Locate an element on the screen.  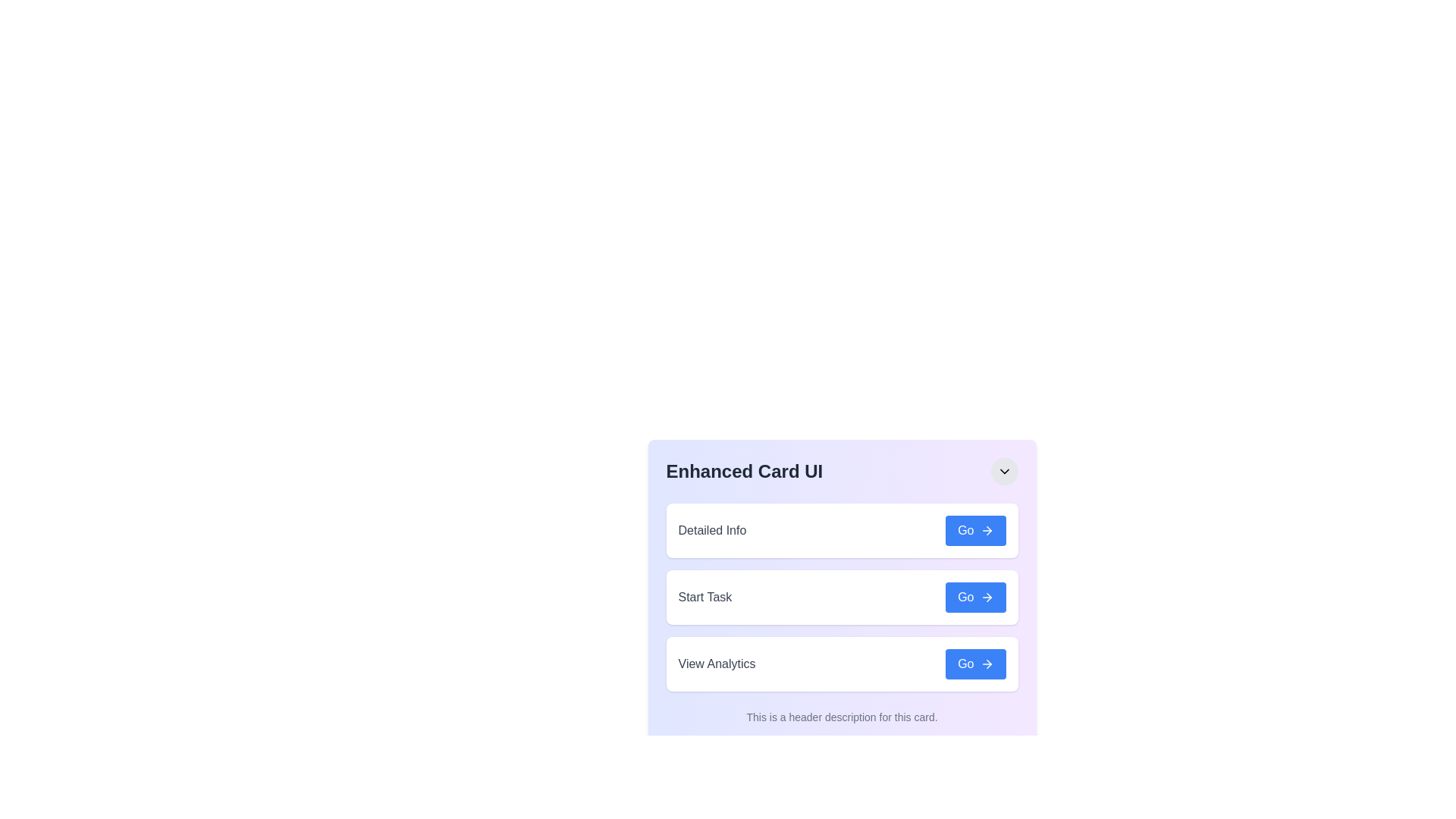
the 'Go' button that contains a right-arrow icon, located in the second row of the options list, next to 'Start Task' is located at coordinates (989, 596).